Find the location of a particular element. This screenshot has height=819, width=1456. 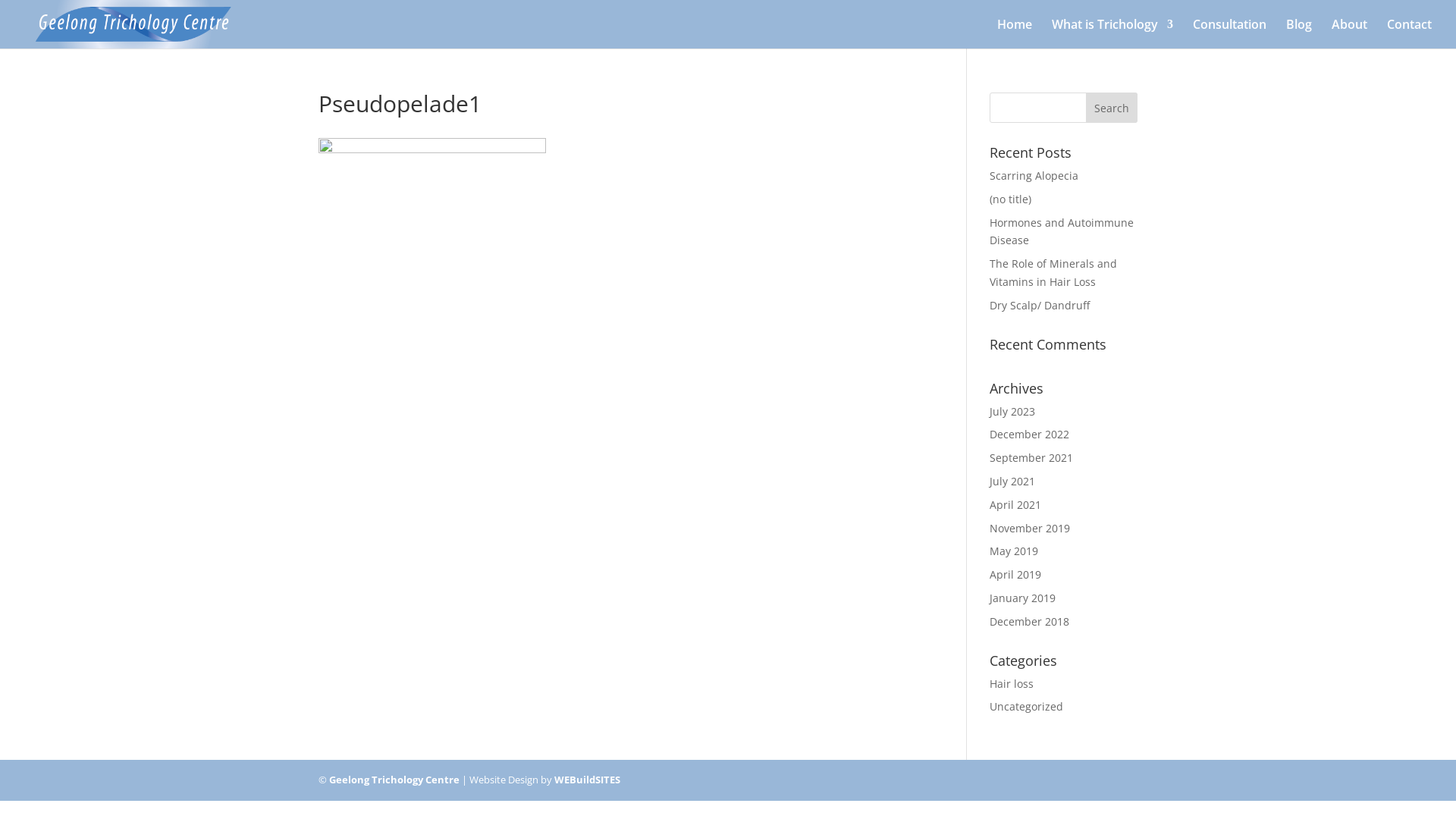

'December 2022' is located at coordinates (1029, 434).